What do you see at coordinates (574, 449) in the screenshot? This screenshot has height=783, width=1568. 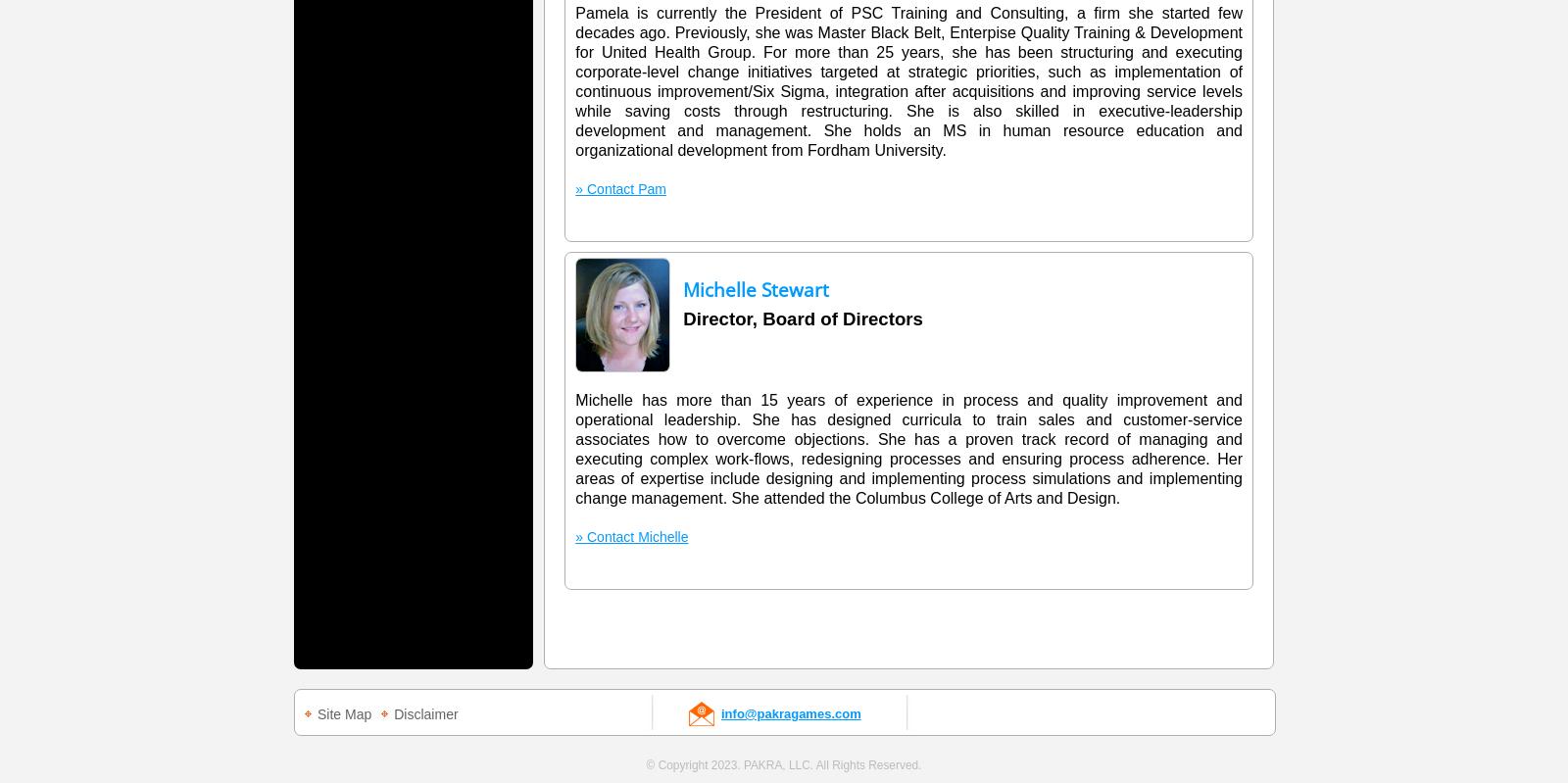 I see `'Michelle has more than 15 years of experience in process and quality improvement and operational leadership. She has designed curricula to train sales and customer-service associates how to overcome objections. She has a proven track record of managing and executing complex work-flows, redesigning processes and ensuring process adherence. Her areas of expertise include designing and implementing process simulations and implementing change management. She attended the Columbus College of Arts and Design.'` at bounding box center [574, 449].